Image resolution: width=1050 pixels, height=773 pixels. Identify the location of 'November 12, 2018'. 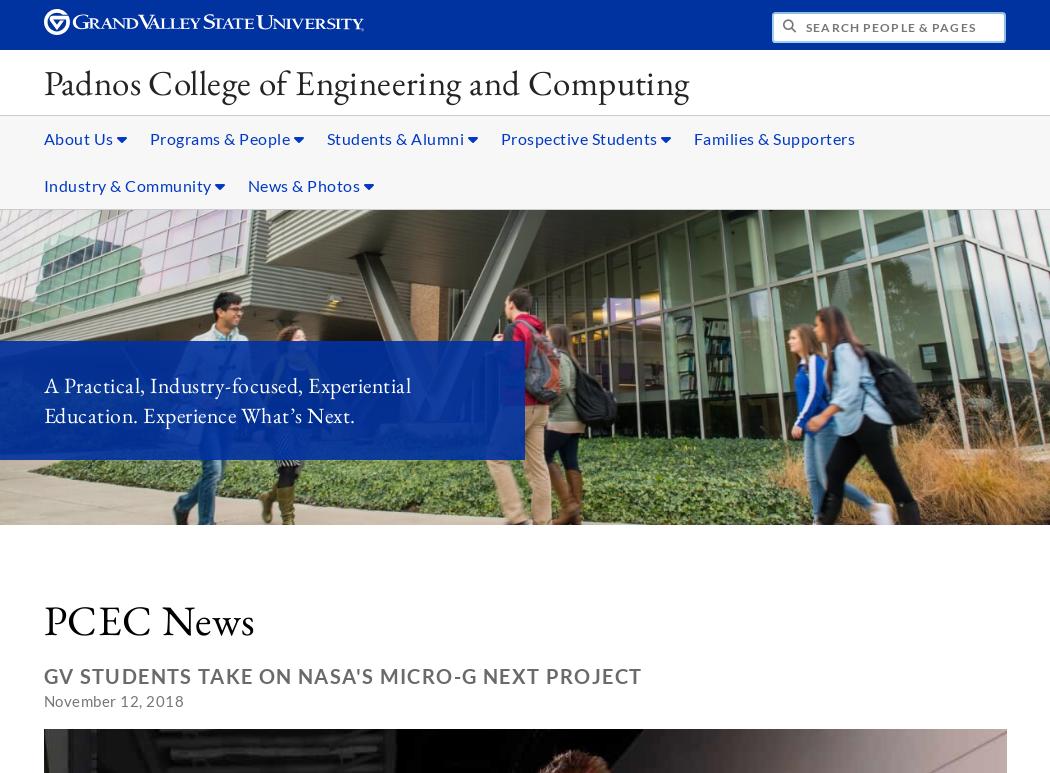
(112, 700).